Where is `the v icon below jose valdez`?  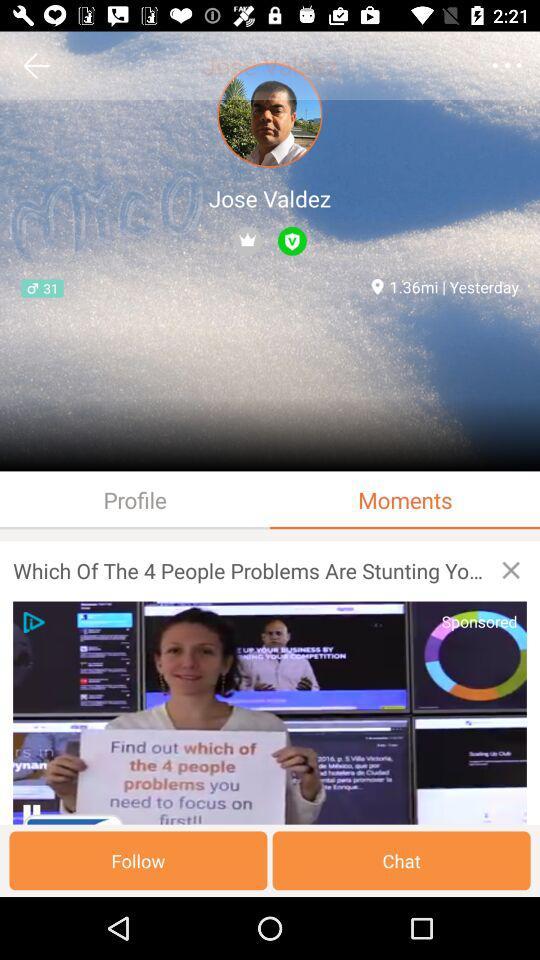
the v icon below jose valdez is located at coordinates (291, 240).